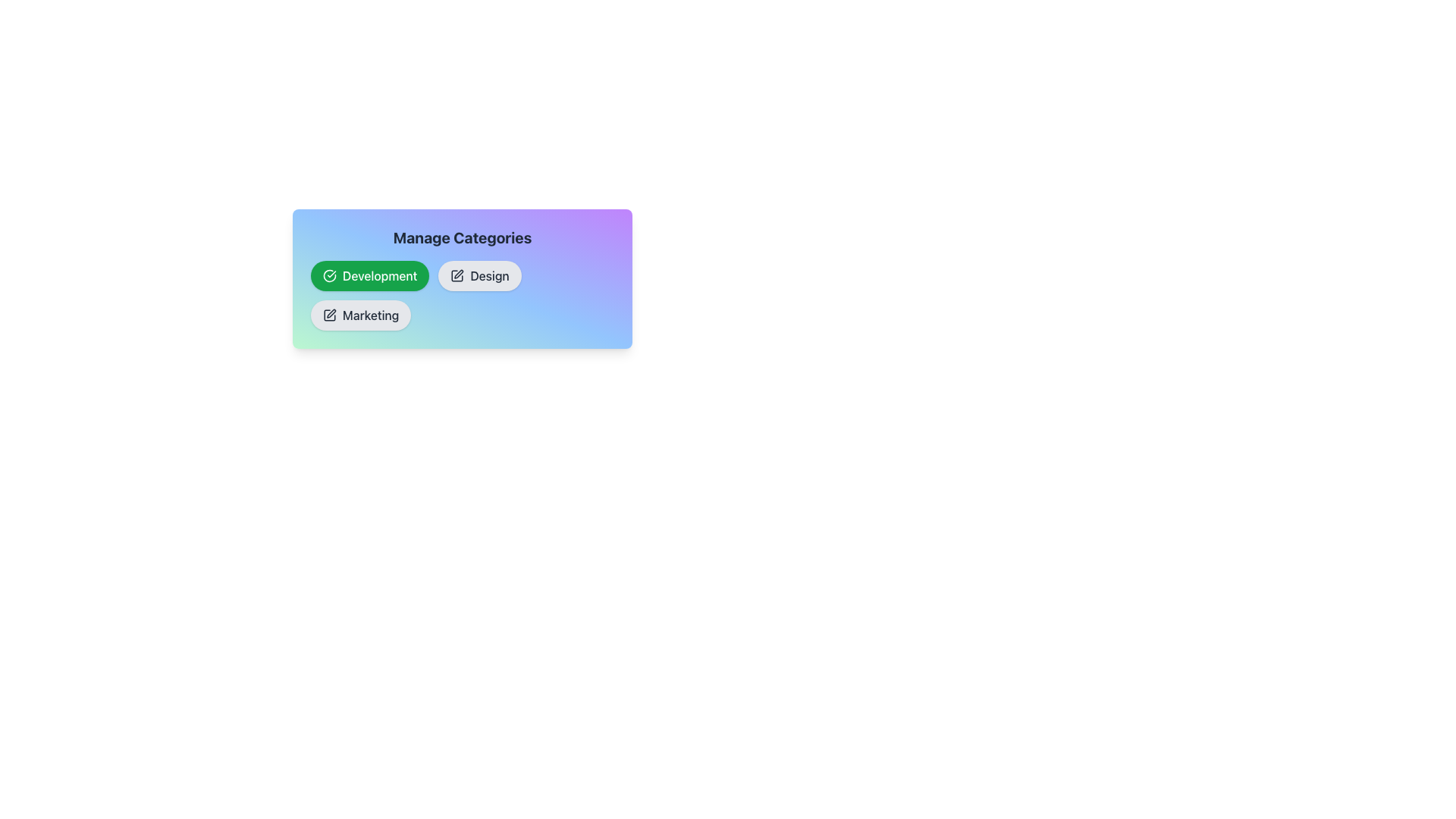 The image size is (1456, 819). What do you see at coordinates (490, 275) in the screenshot?
I see `the 'Design' button by clicking on its textual label, which is styled in a bold or medium font weight and is part of a rounded, shadowed rectangle in a light gray background` at bounding box center [490, 275].